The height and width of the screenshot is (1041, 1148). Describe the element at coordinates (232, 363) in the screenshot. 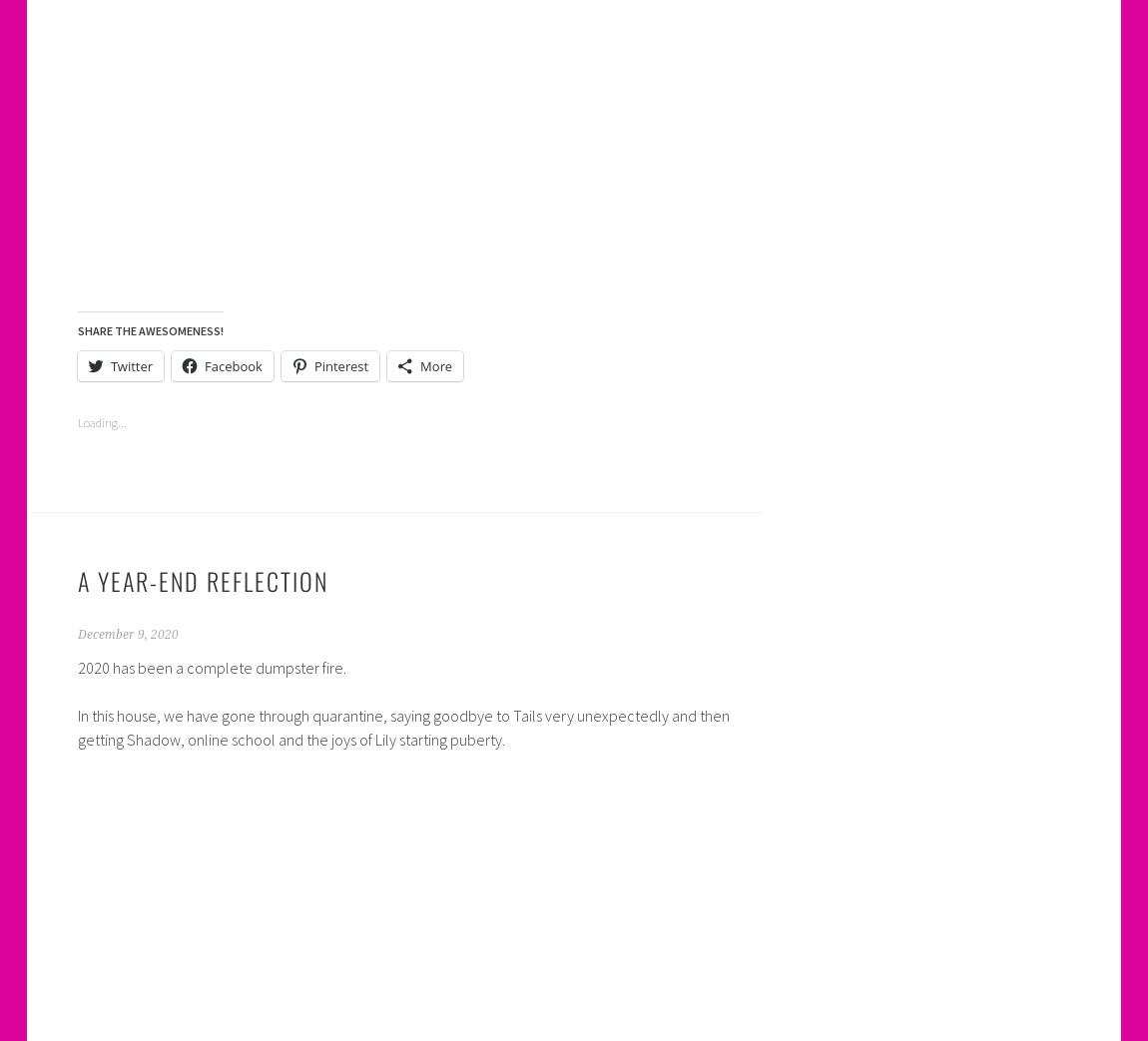

I see `'Facebook'` at that location.